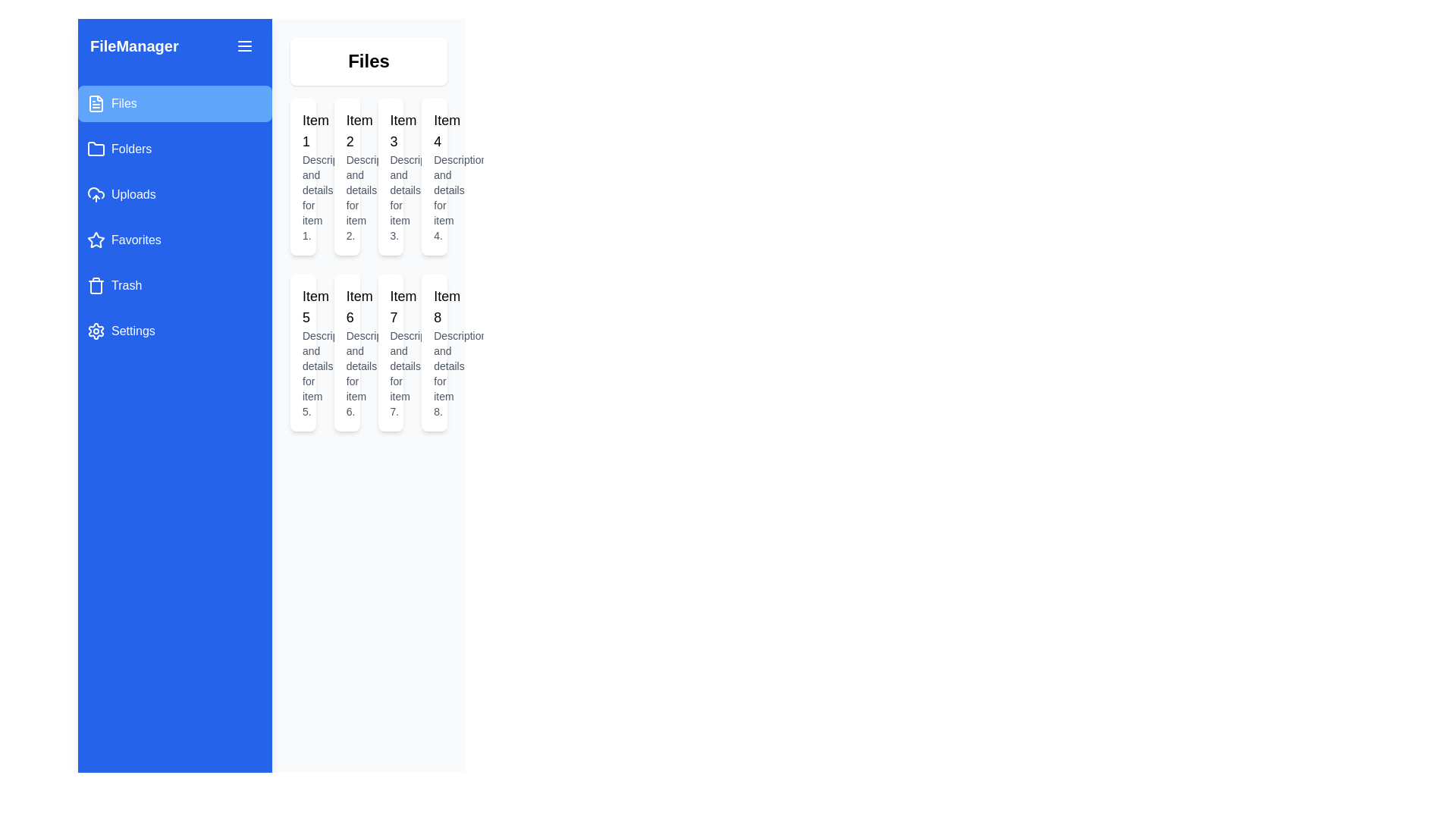  What do you see at coordinates (95, 239) in the screenshot?
I see `the blue star-shaped icon with a white outline representing the favorite feature located next to the text 'Favorites' in the vertical navigation menu` at bounding box center [95, 239].